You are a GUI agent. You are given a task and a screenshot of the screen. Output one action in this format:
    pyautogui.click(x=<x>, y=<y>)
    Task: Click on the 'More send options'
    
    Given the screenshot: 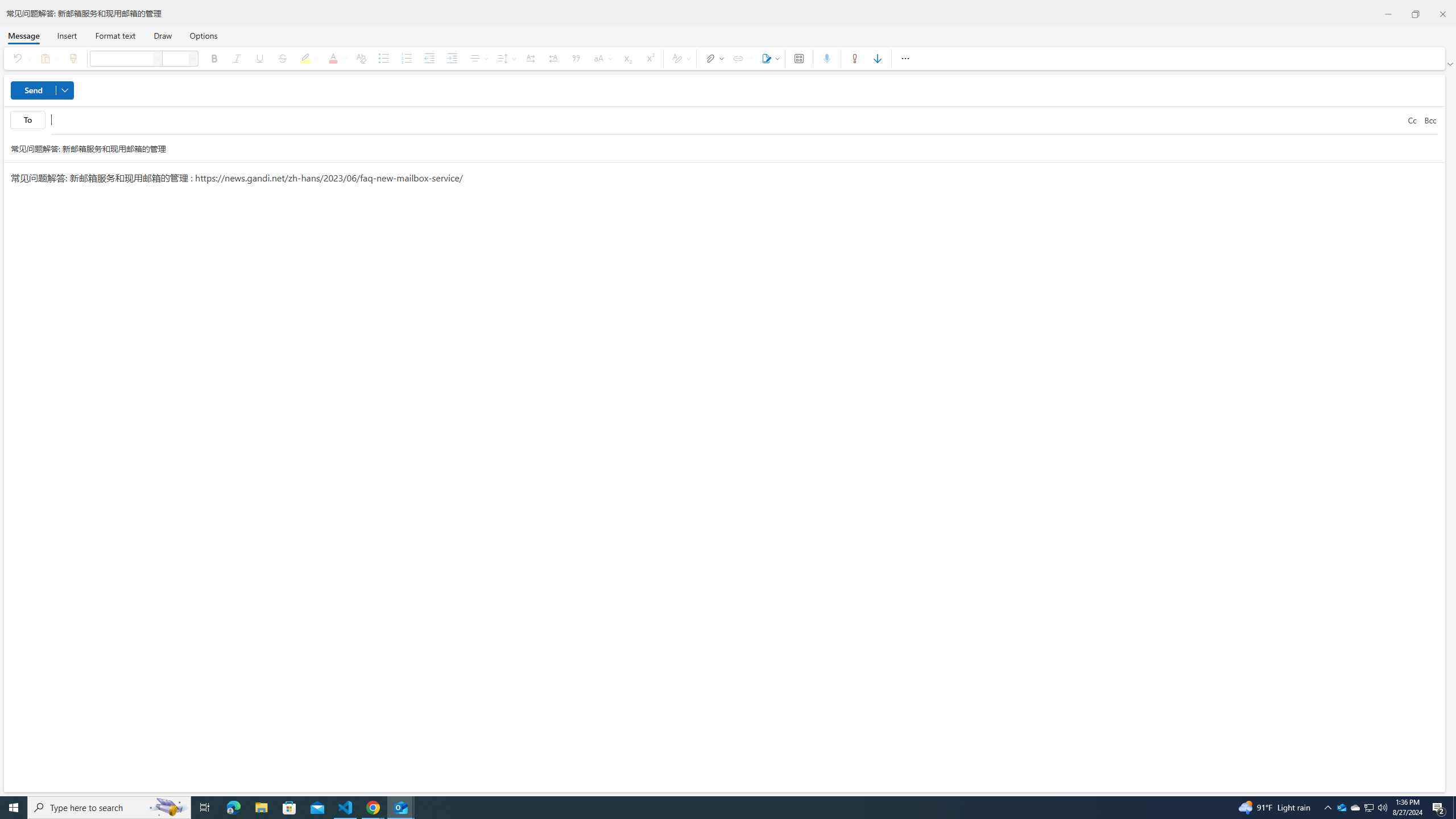 What is the action you would take?
    pyautogui.click(x=64, y=90)
    